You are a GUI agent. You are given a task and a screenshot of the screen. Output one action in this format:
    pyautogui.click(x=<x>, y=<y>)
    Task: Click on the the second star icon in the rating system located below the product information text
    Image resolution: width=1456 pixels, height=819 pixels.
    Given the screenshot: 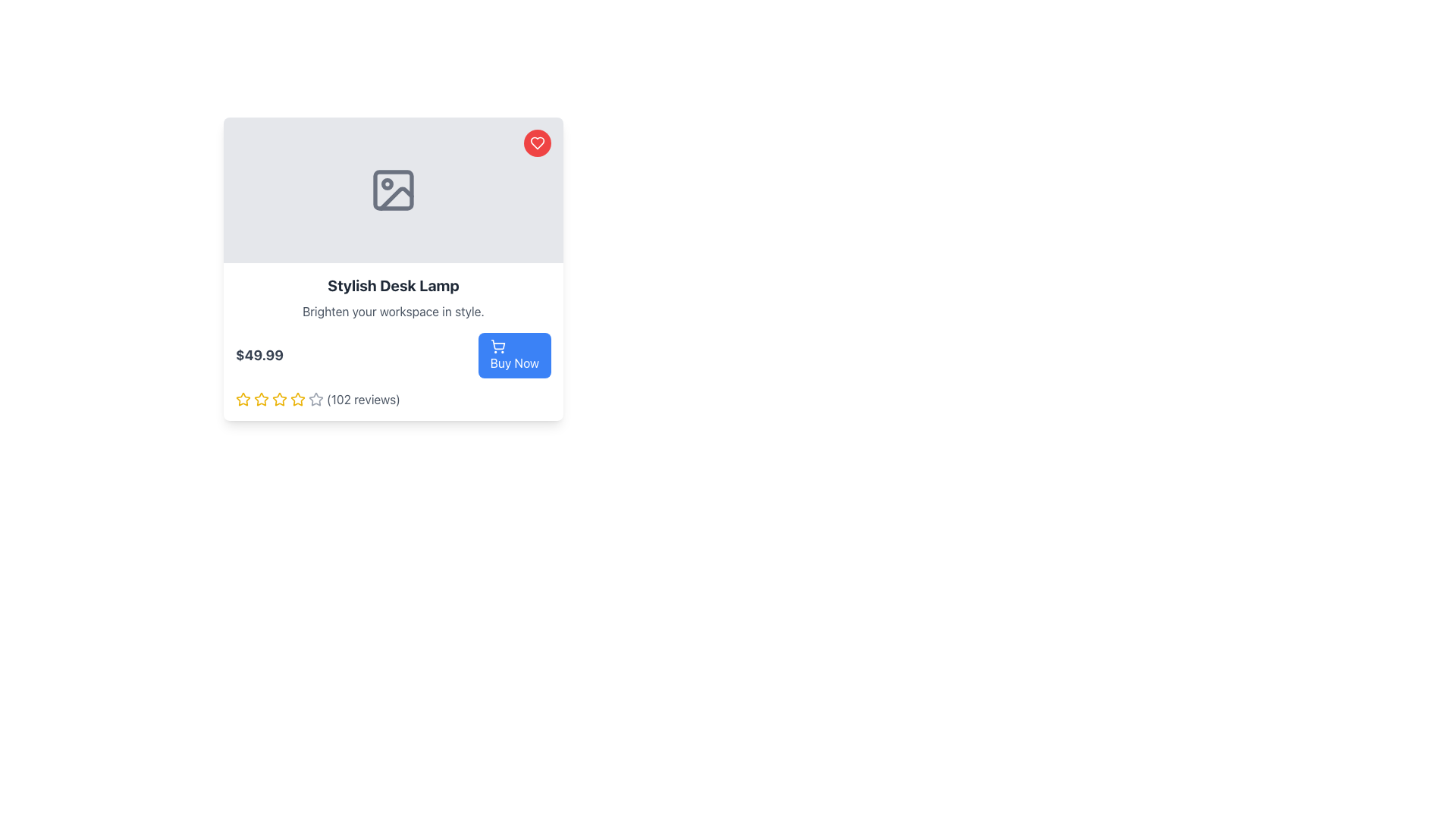 What is the action you would take?
    pyautogui.click(x=280, y=398)
    